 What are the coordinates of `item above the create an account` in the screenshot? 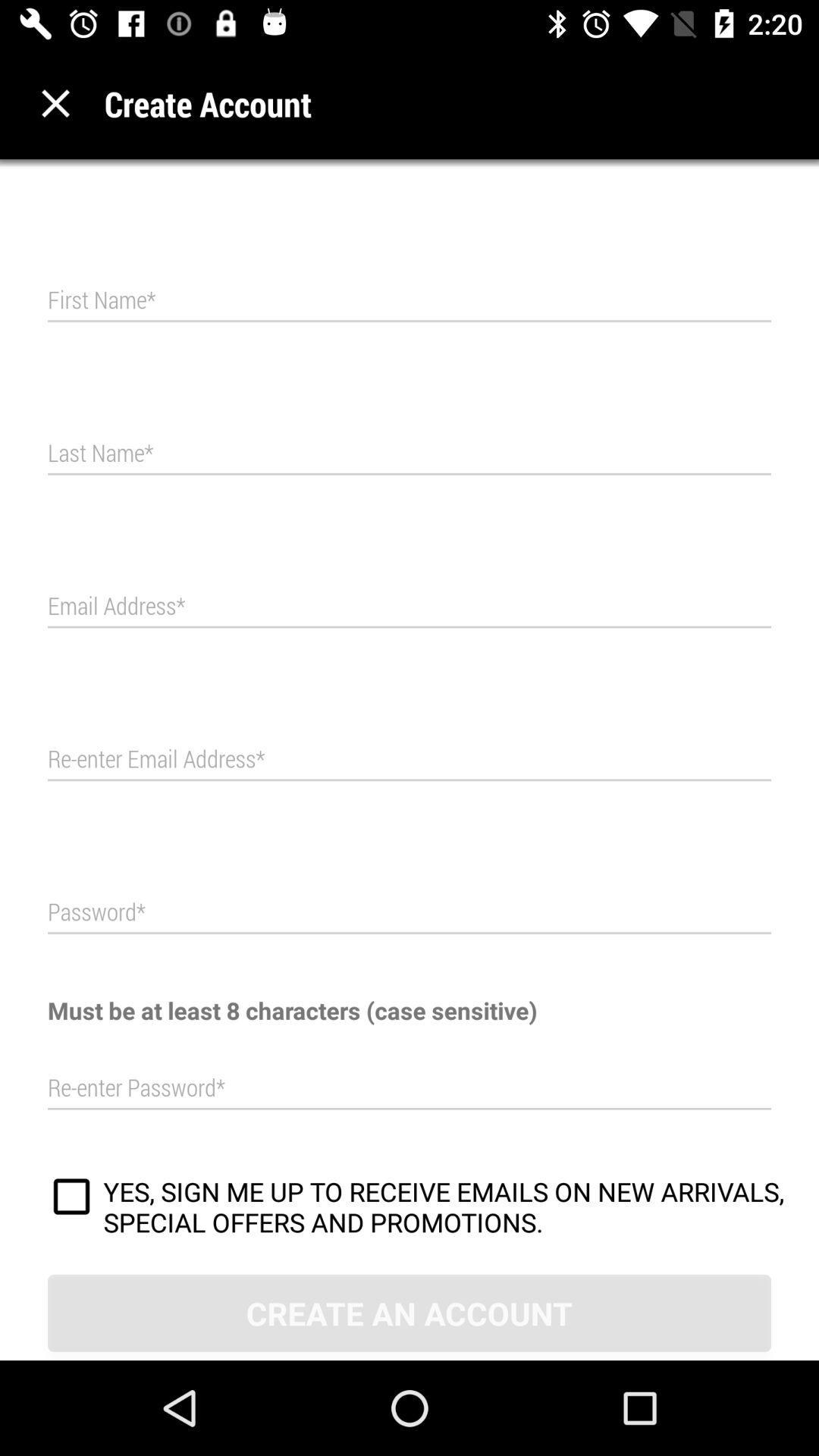 It's located at (71, 1198).